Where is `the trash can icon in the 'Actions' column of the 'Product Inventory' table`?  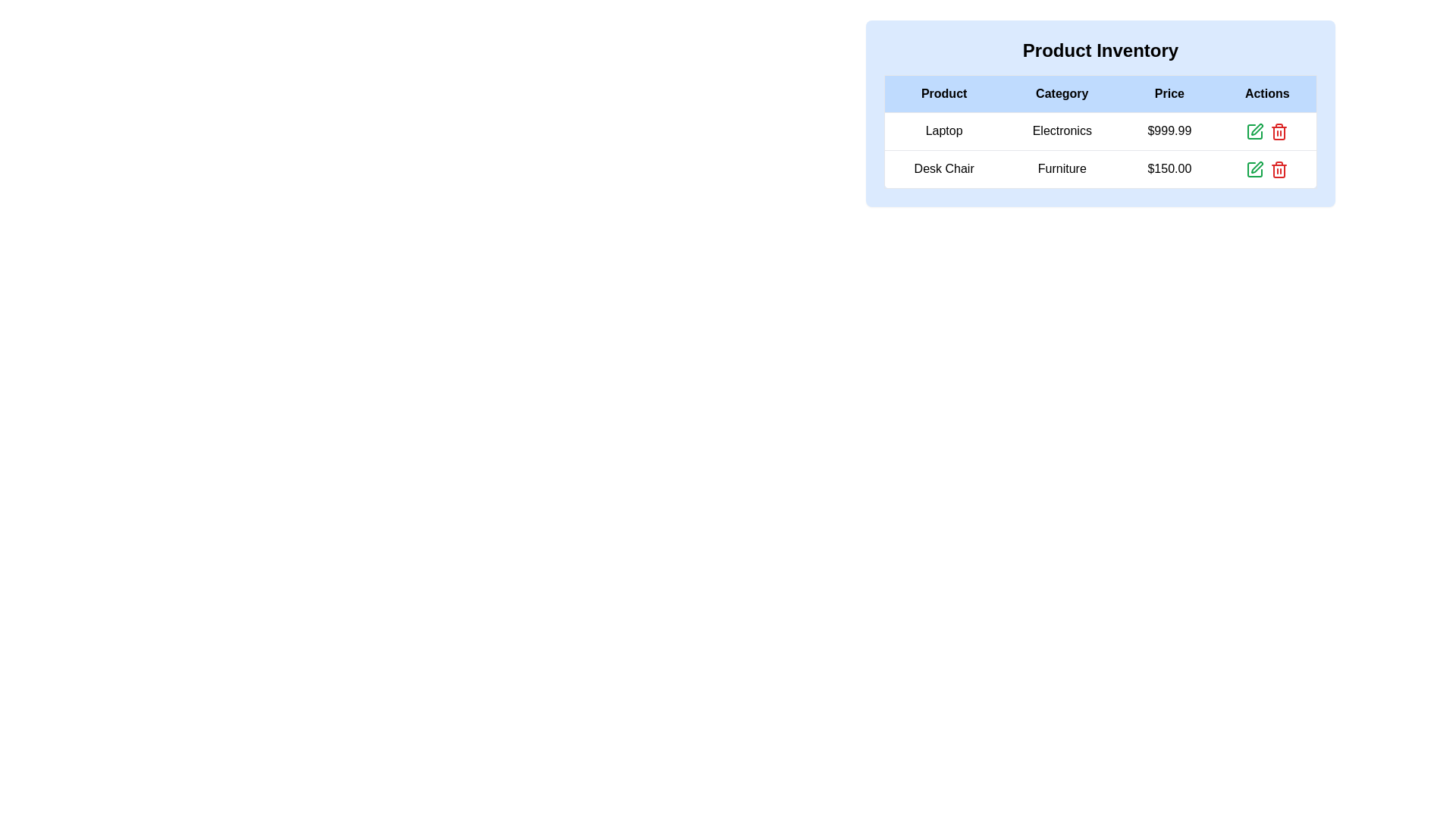
the trash can icon in the 'Actions' column of the 'Product Inventory' table is located at coordinates (1278, 170).